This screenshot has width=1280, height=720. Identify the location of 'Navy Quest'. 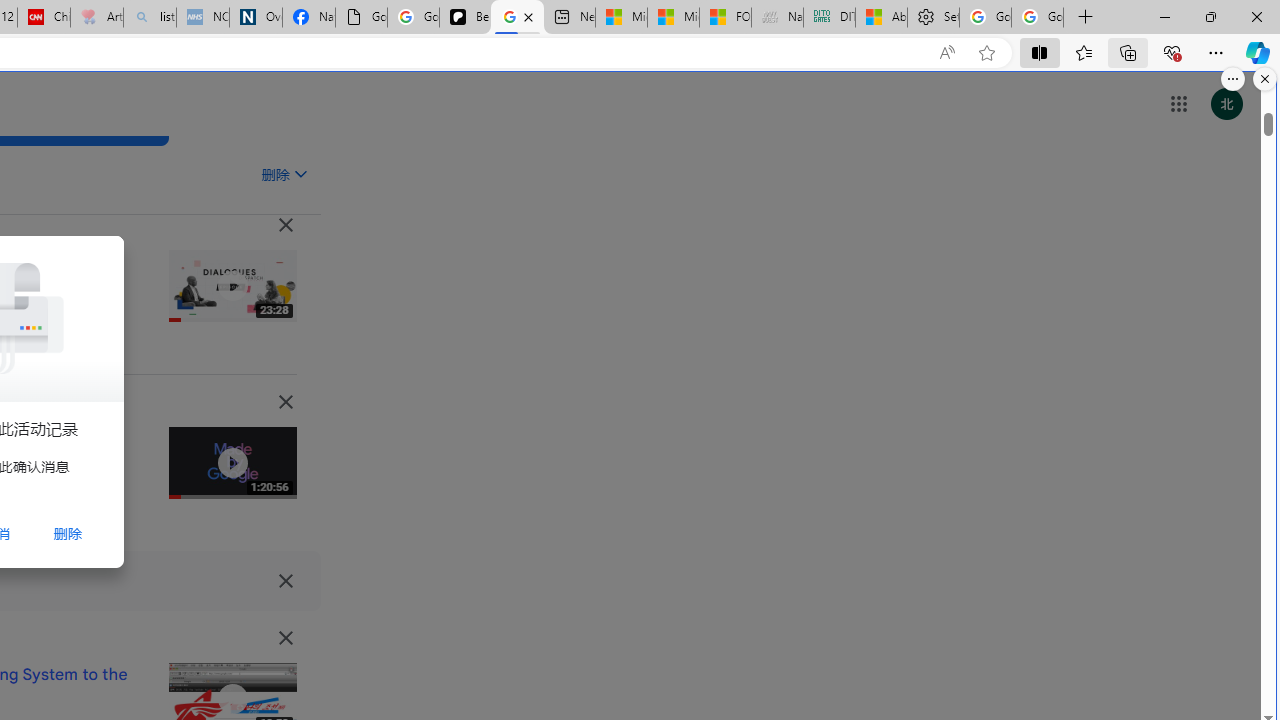
(775, 17).